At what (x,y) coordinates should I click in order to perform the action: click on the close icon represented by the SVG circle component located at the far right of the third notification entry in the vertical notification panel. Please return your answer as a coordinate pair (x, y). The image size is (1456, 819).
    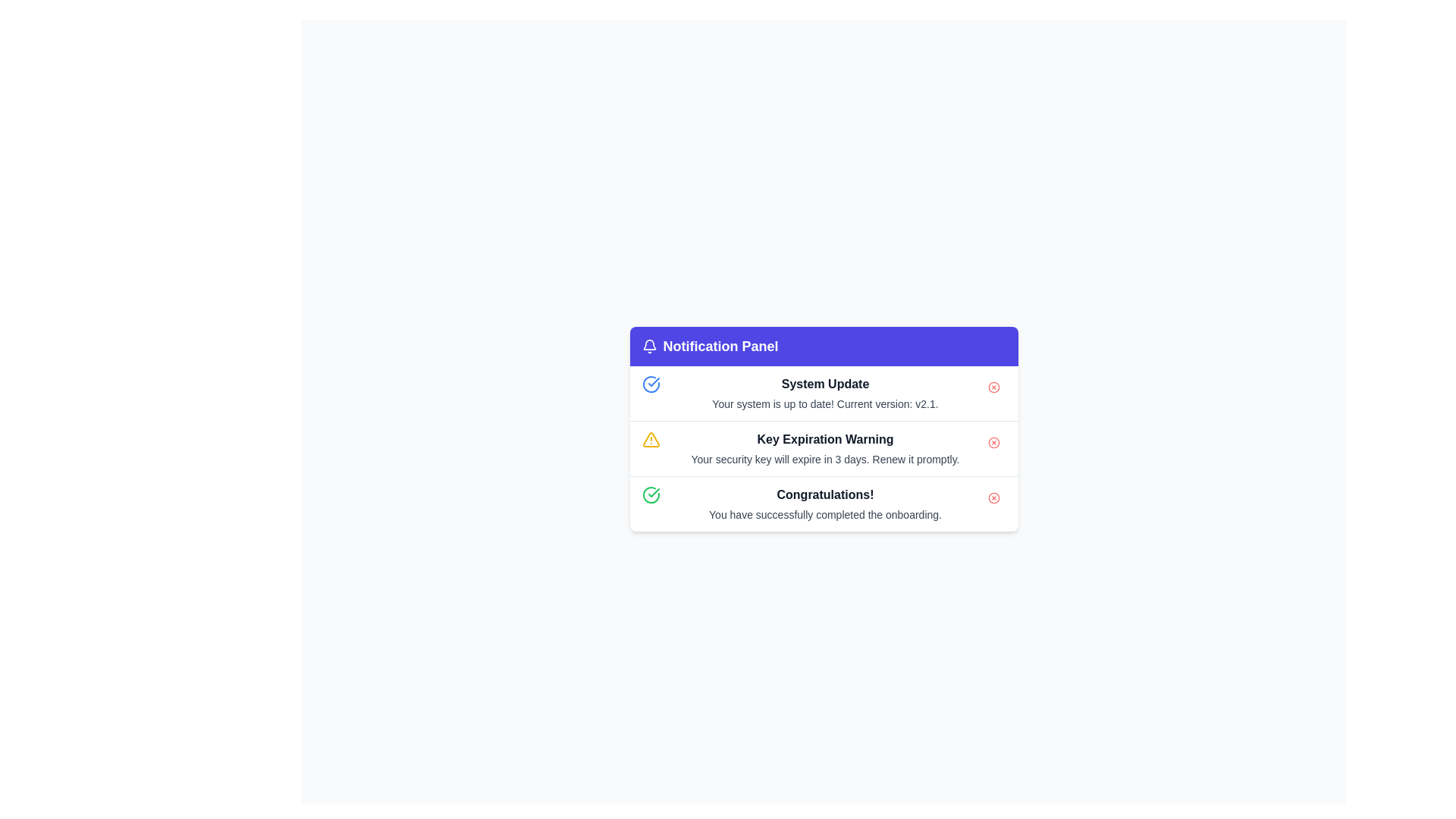
    Looking at the image, I should click on (993, 442).